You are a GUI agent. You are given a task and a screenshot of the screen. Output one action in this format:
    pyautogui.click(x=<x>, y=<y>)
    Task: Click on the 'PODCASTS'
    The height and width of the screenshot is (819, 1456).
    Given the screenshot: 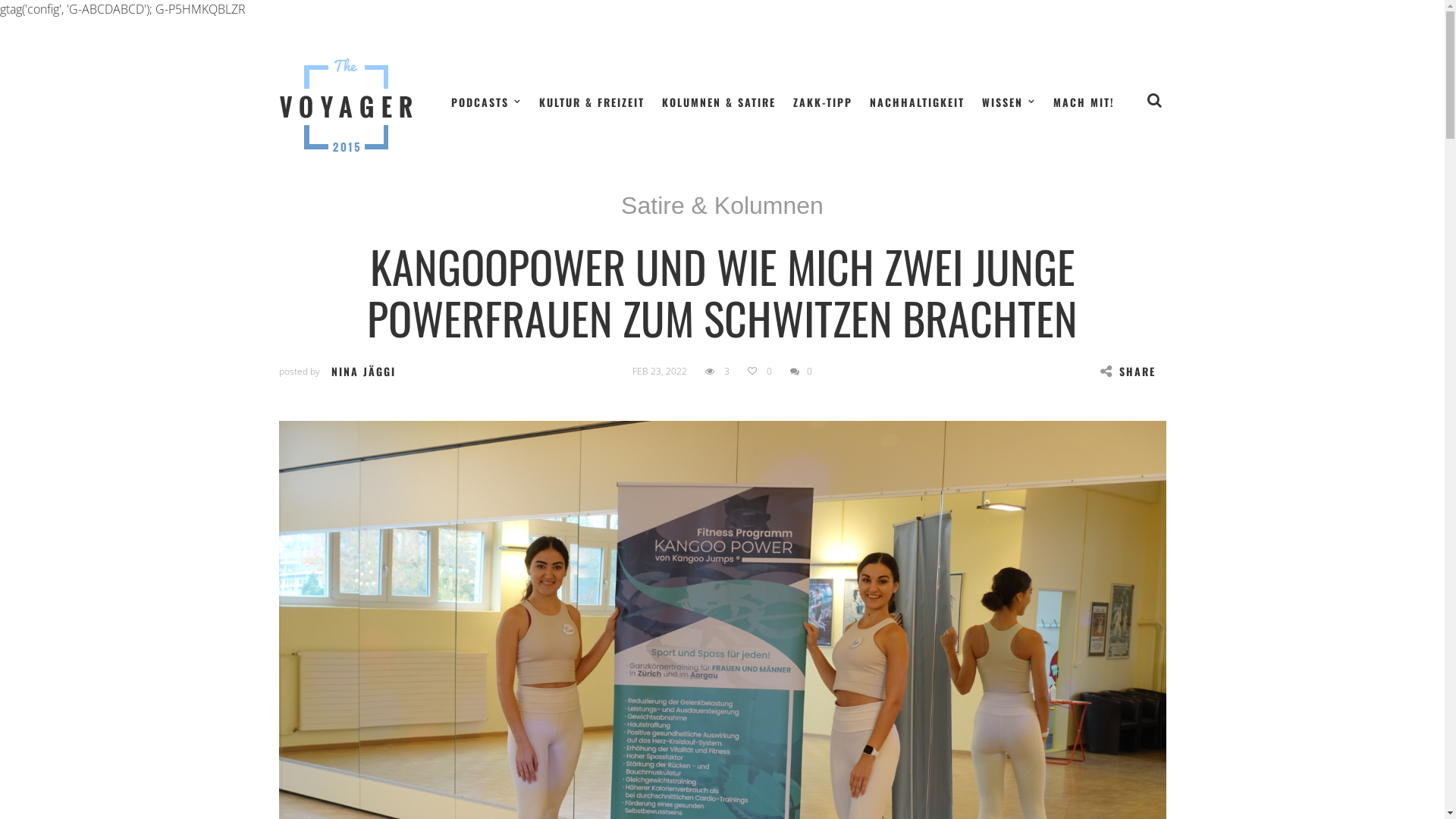 What is the action you would take?
    pyautogui.click(x=485, y=102)
    